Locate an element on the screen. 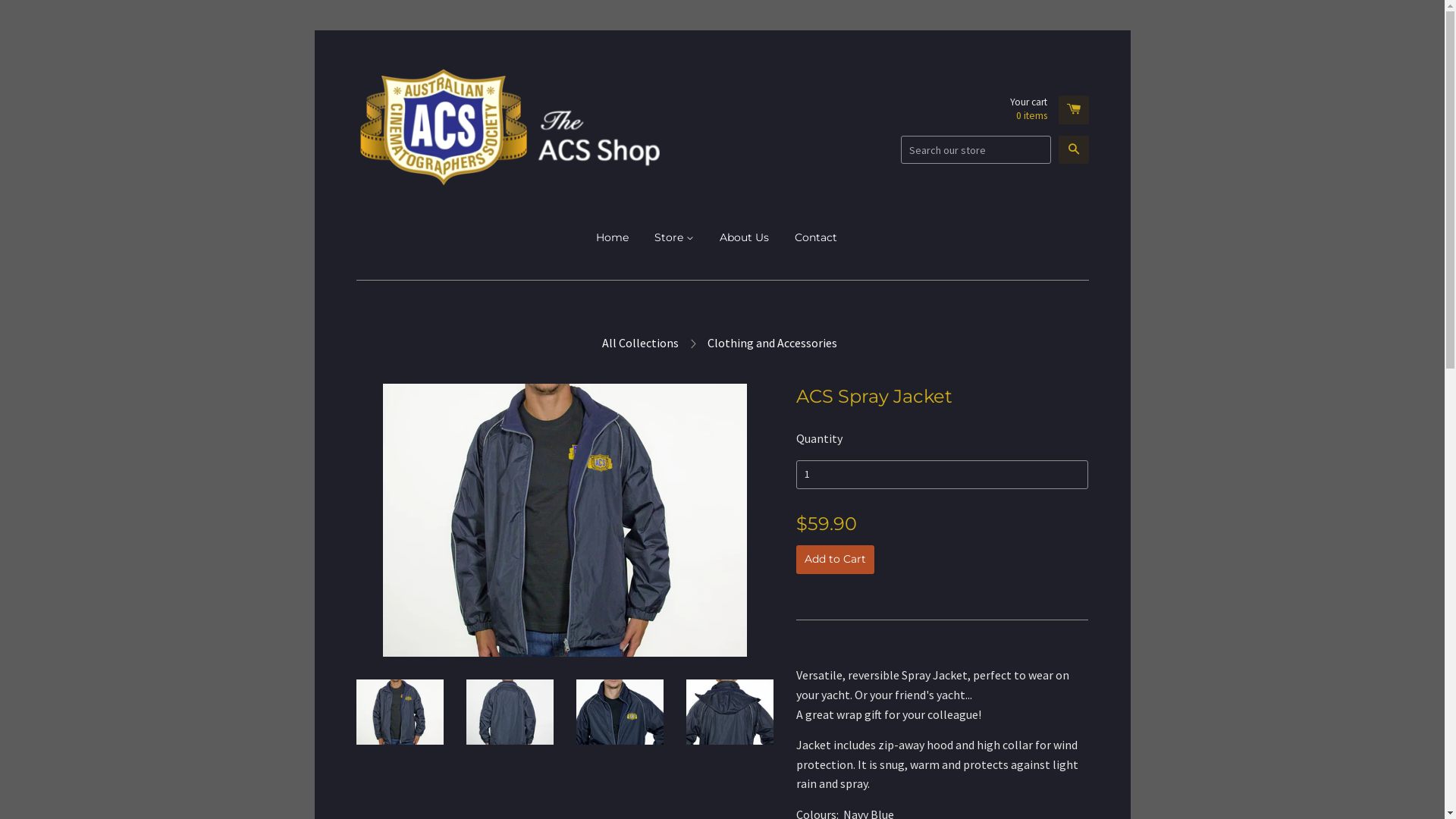  'Home' is located at coordinates (595, 237).